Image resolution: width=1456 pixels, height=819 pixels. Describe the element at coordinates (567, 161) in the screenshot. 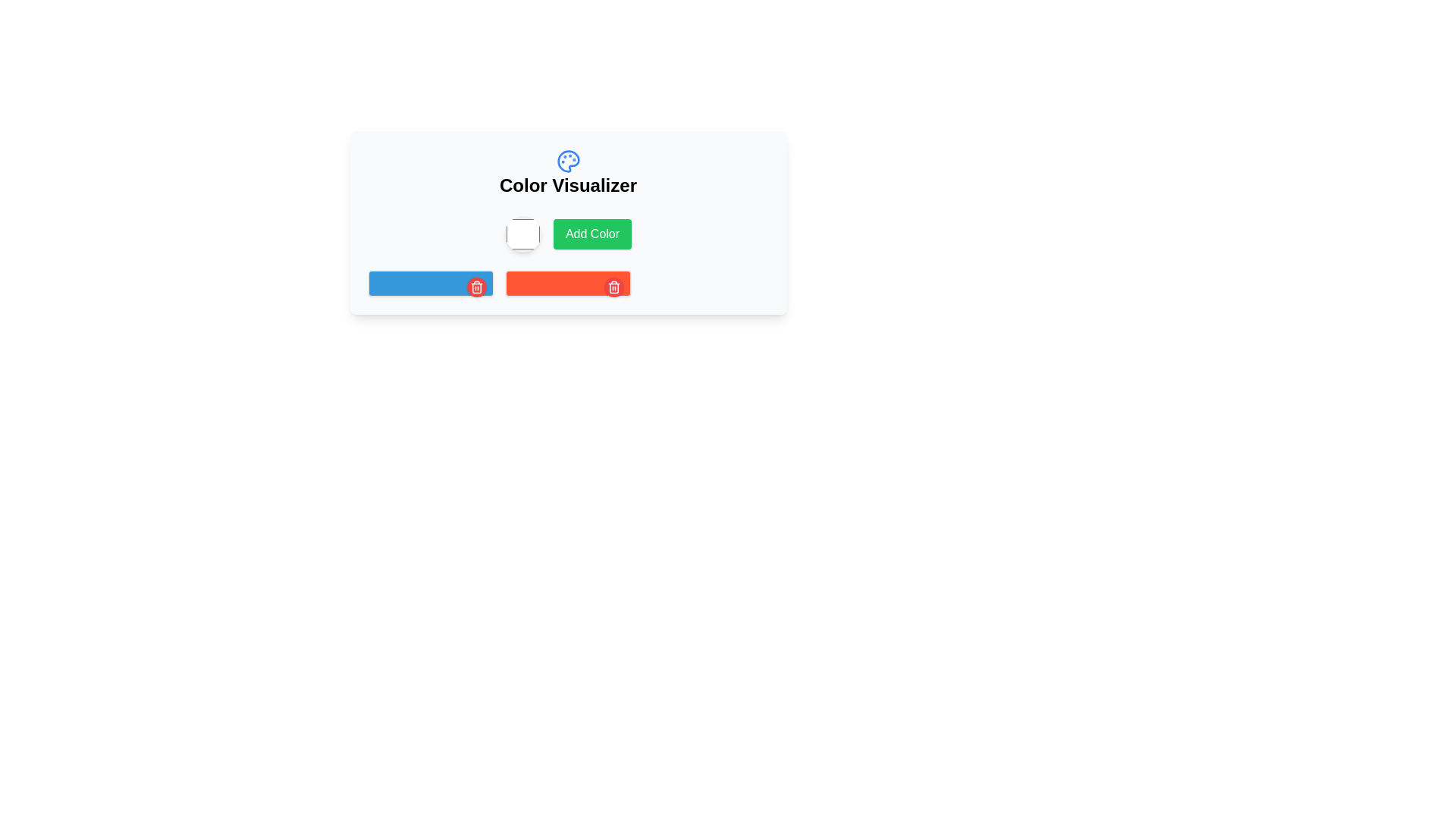

I see `the SVG graphic element that represents a palette visual cue, located at the center-top of the interface` at that location.